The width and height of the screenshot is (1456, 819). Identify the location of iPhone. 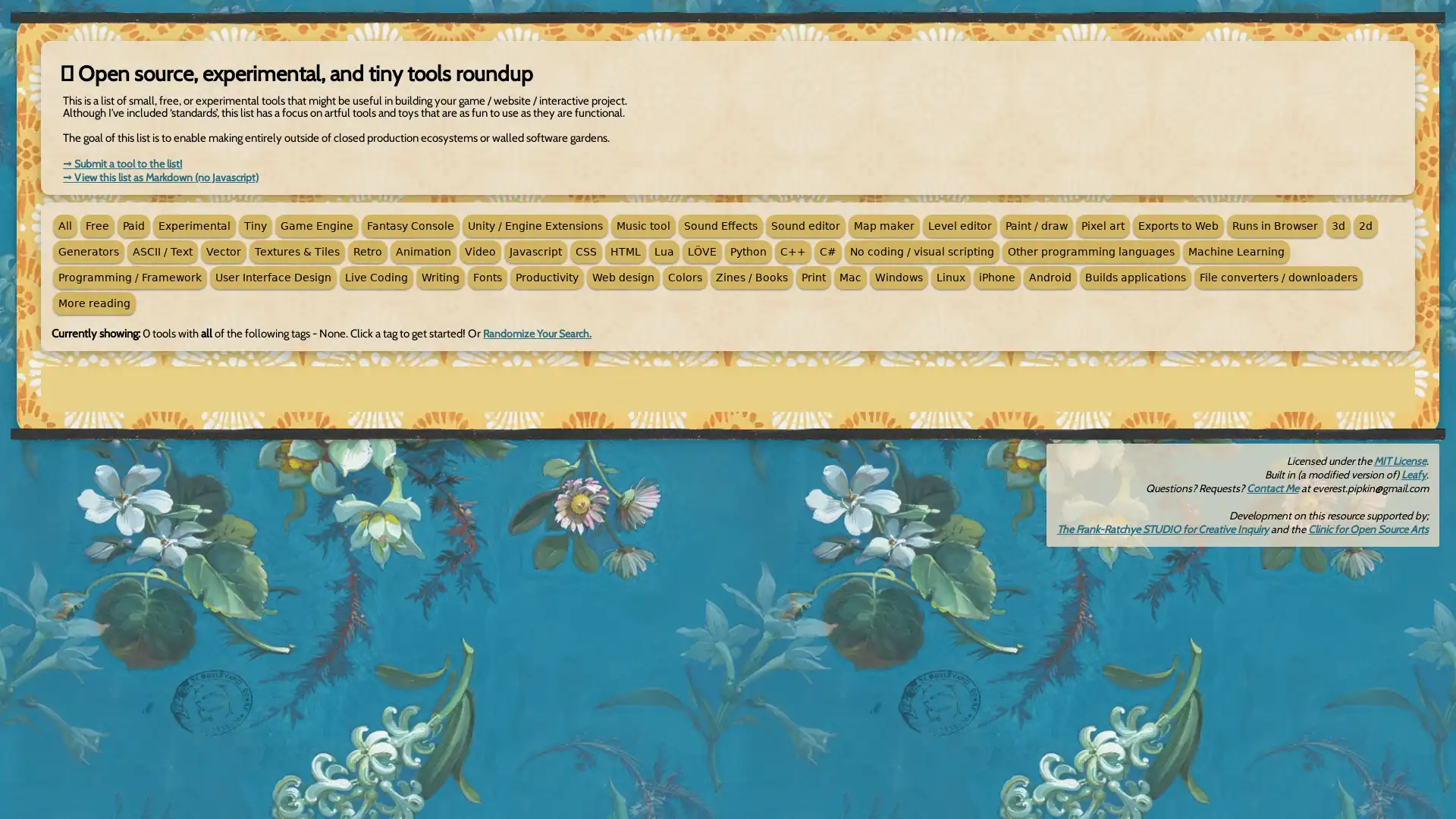
(997, 278).